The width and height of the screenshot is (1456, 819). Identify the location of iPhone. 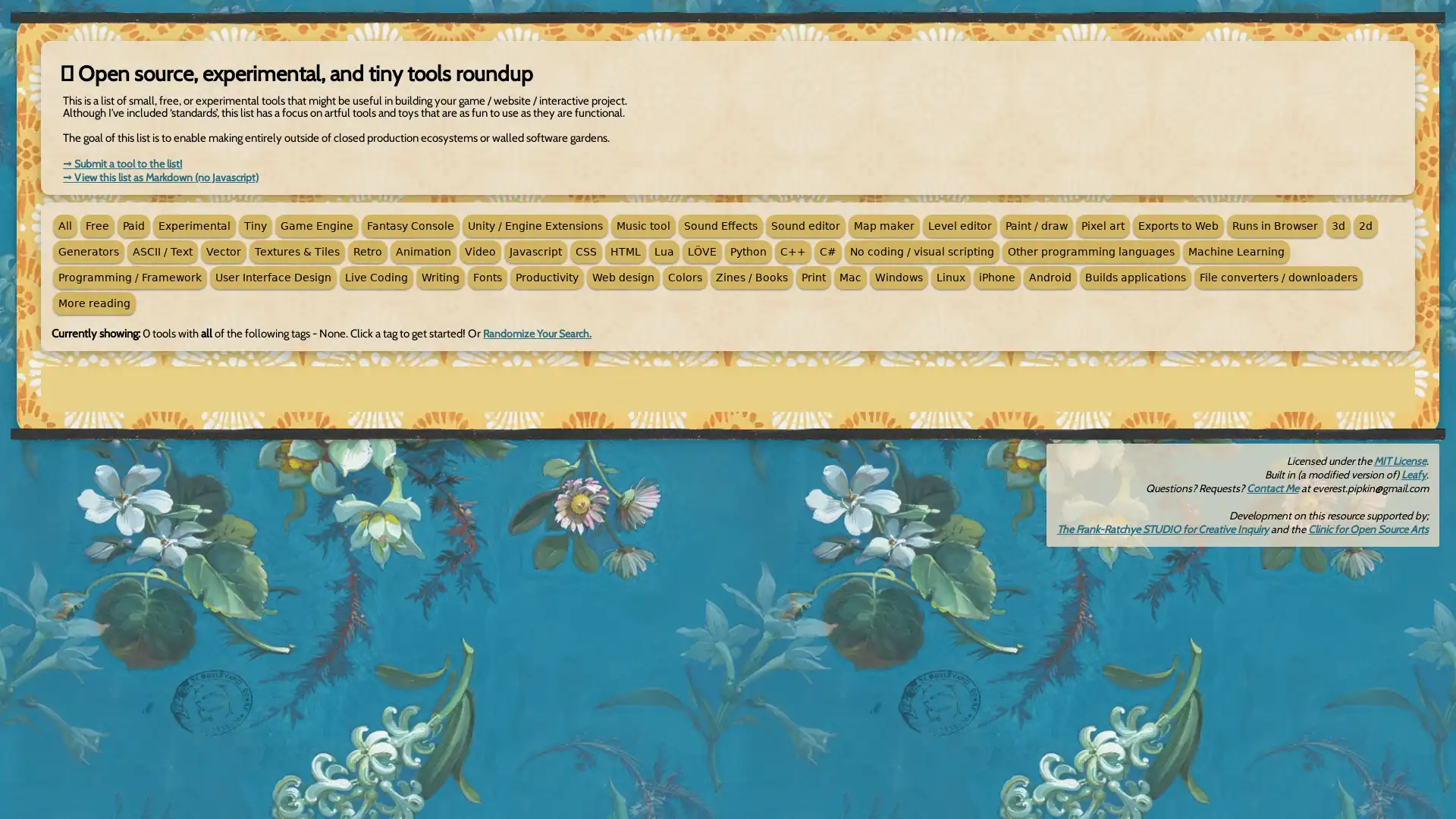
(997, 278).